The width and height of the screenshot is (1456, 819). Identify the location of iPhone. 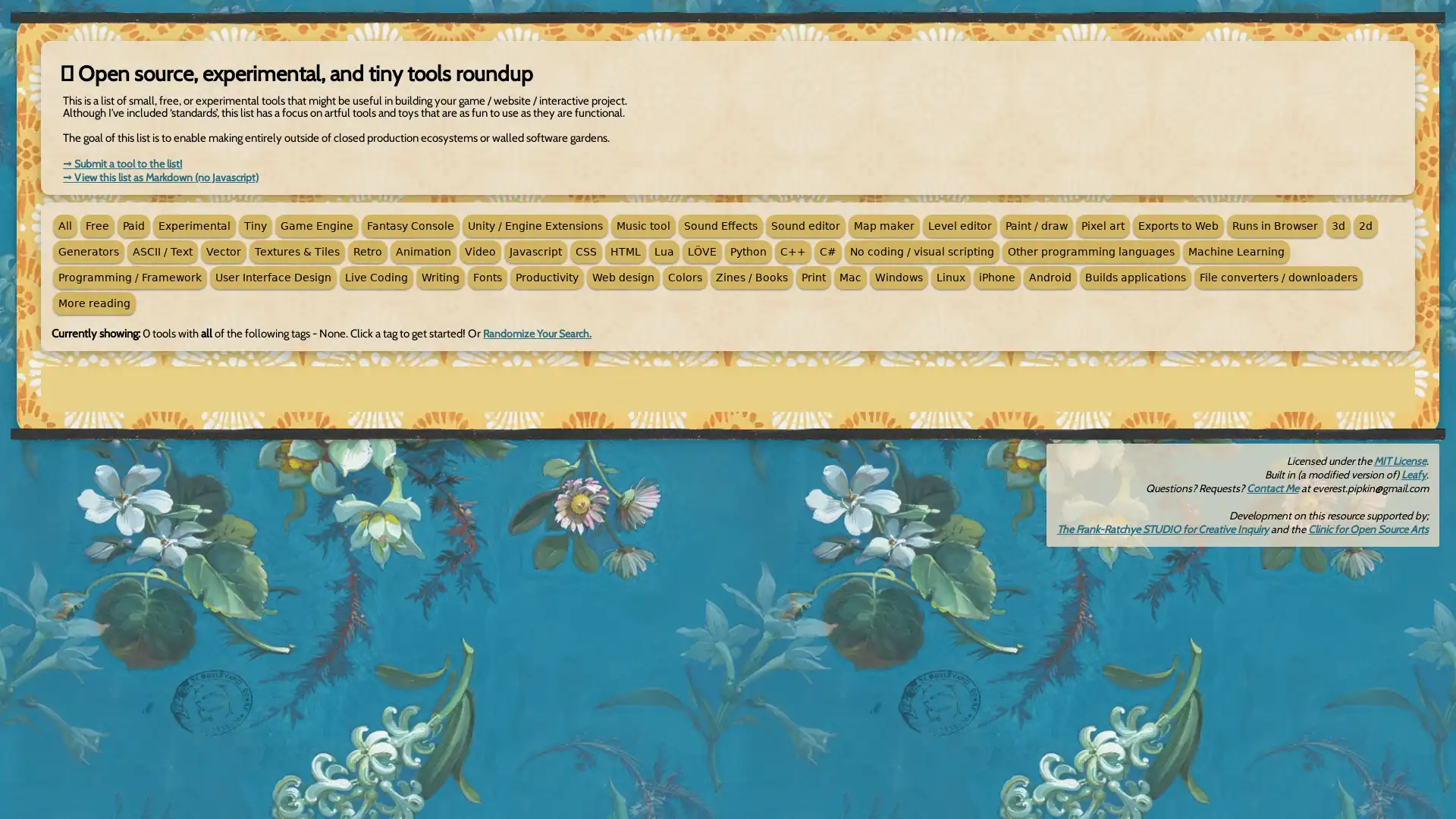
(997, 278).